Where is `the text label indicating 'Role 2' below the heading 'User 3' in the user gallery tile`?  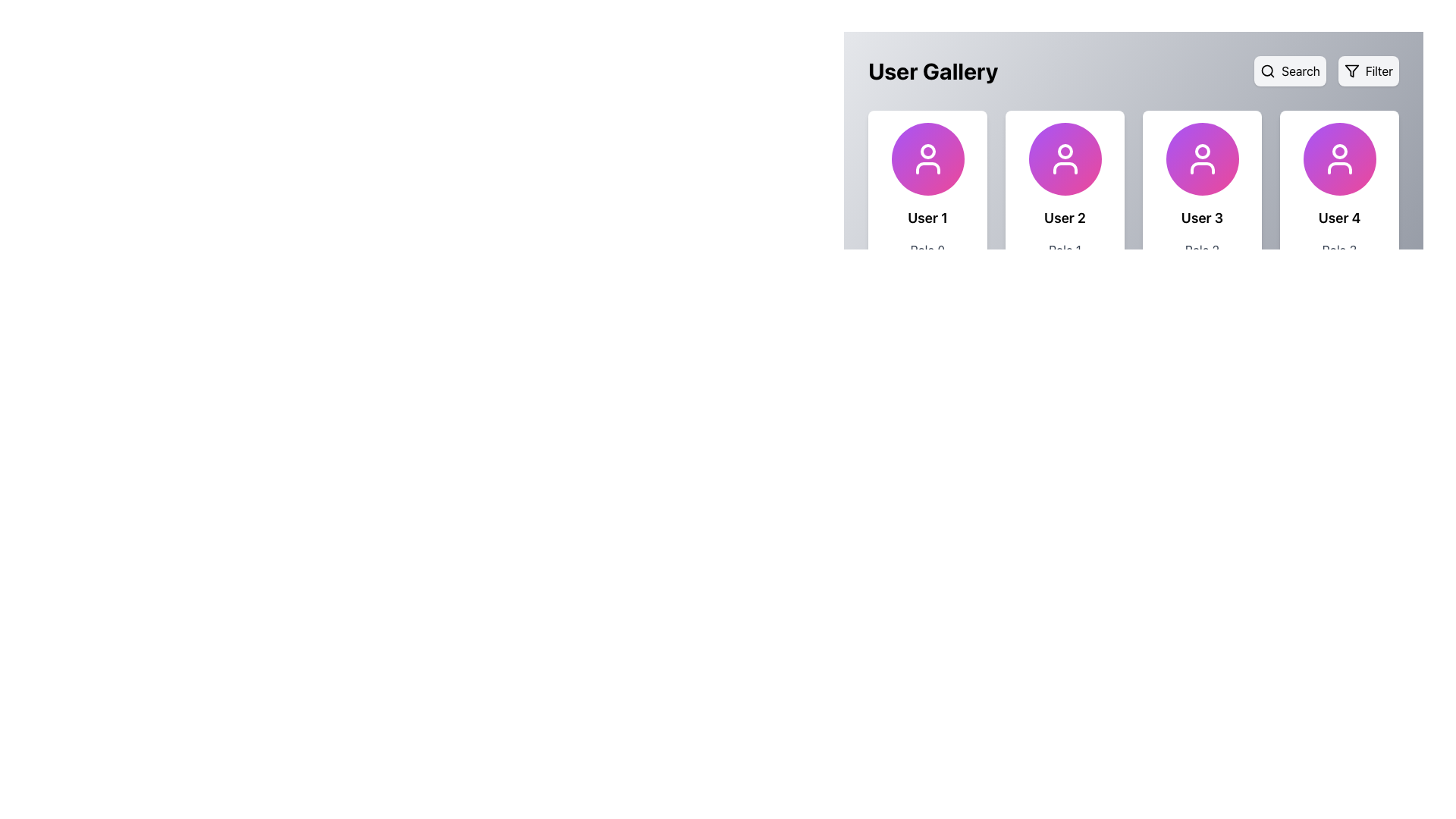
the text label indicating 'Role 2' below the heading 'User 3' in the user gallery tile is located at coordinates (1201, 249).